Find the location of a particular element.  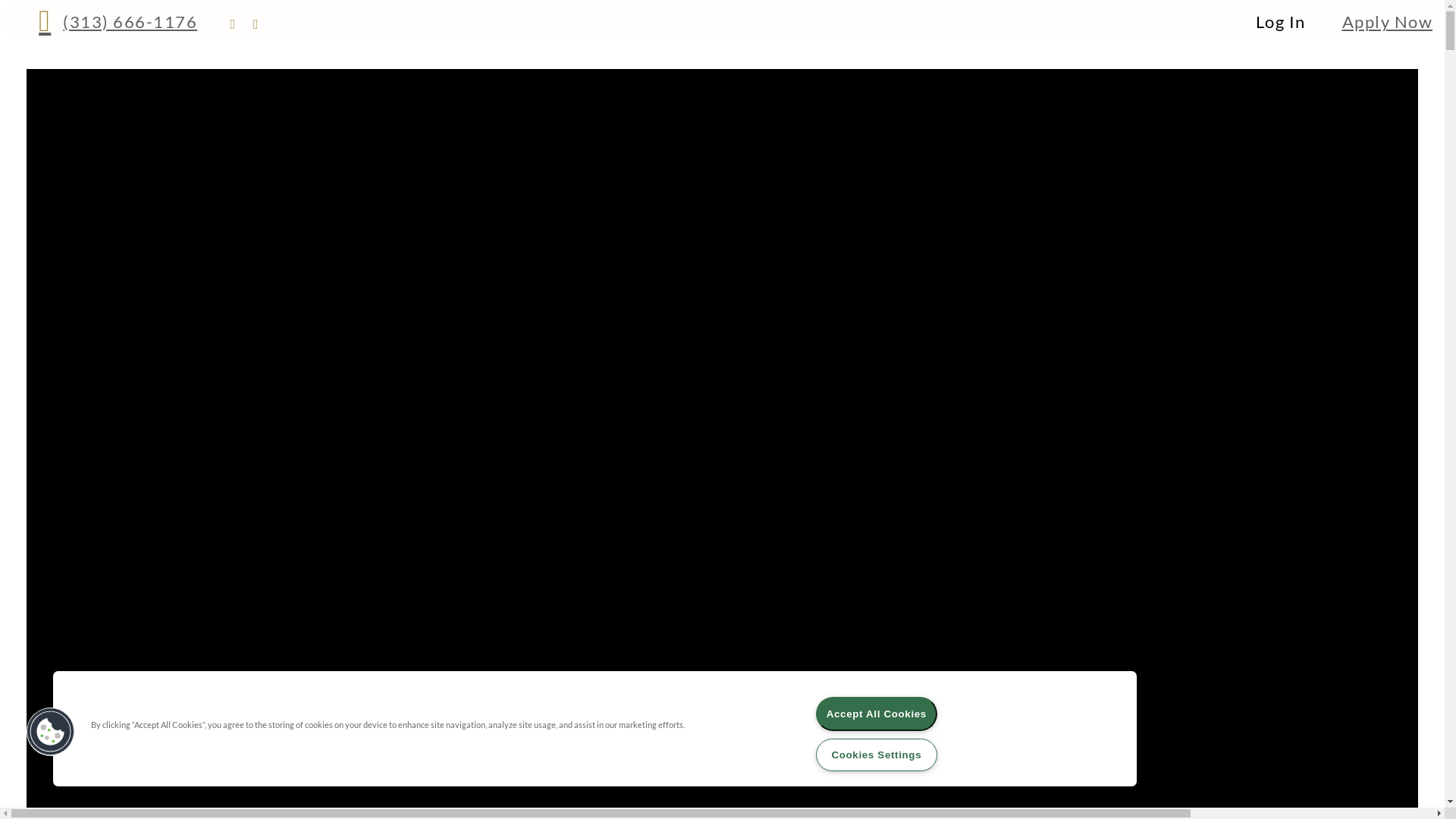

'Cookies Settings' is located at coordinates (877, 755).